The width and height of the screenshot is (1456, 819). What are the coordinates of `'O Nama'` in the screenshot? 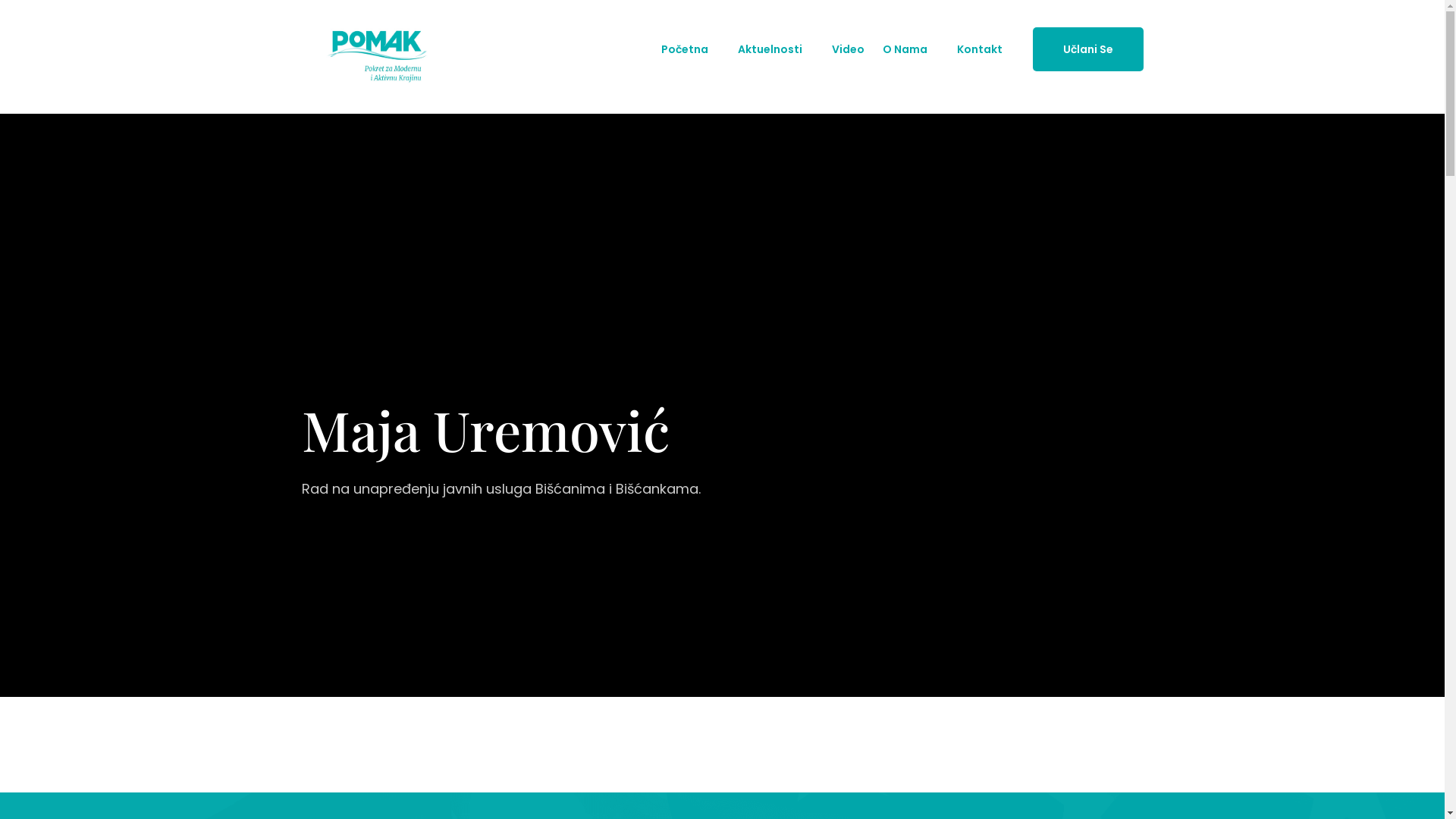 It's located at (905, 49).